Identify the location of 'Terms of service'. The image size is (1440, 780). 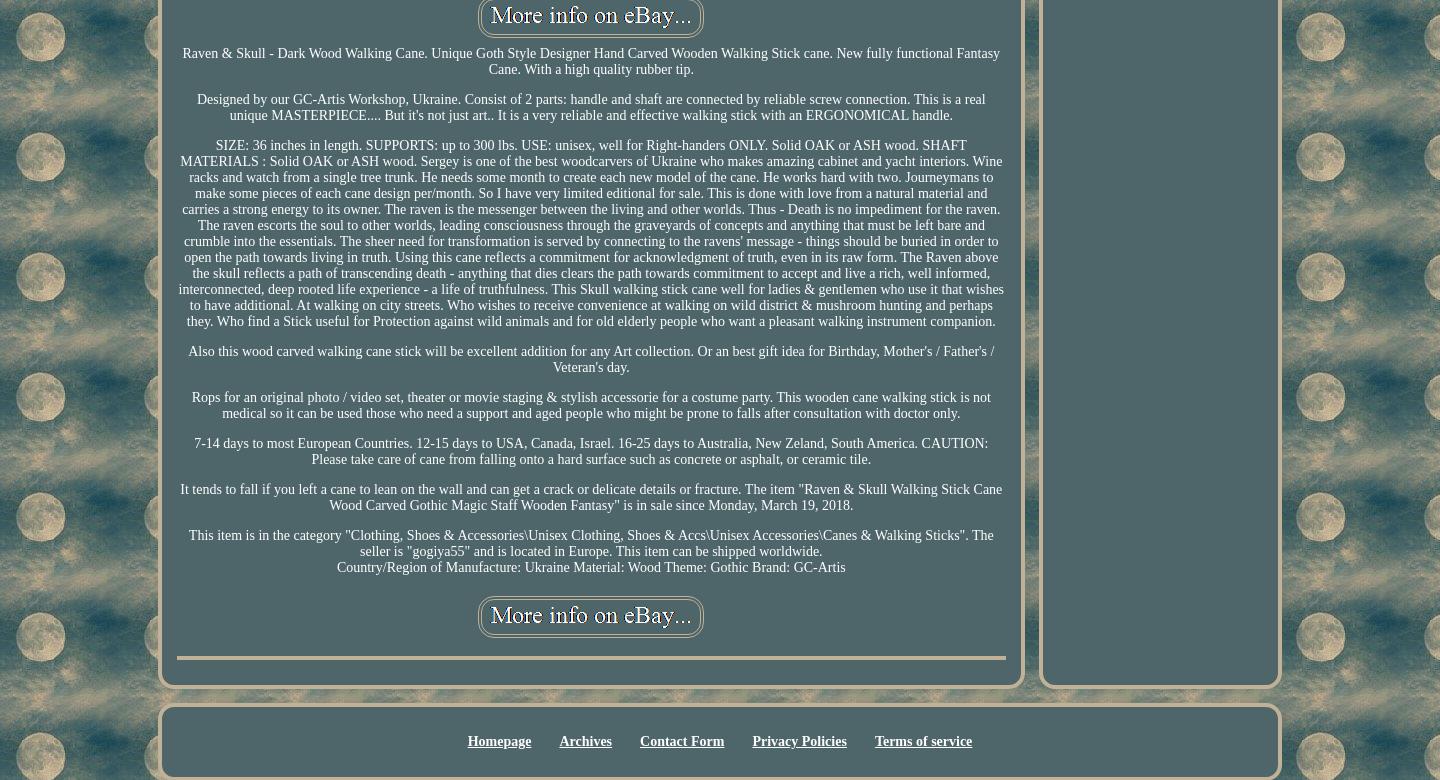
(923, 740).